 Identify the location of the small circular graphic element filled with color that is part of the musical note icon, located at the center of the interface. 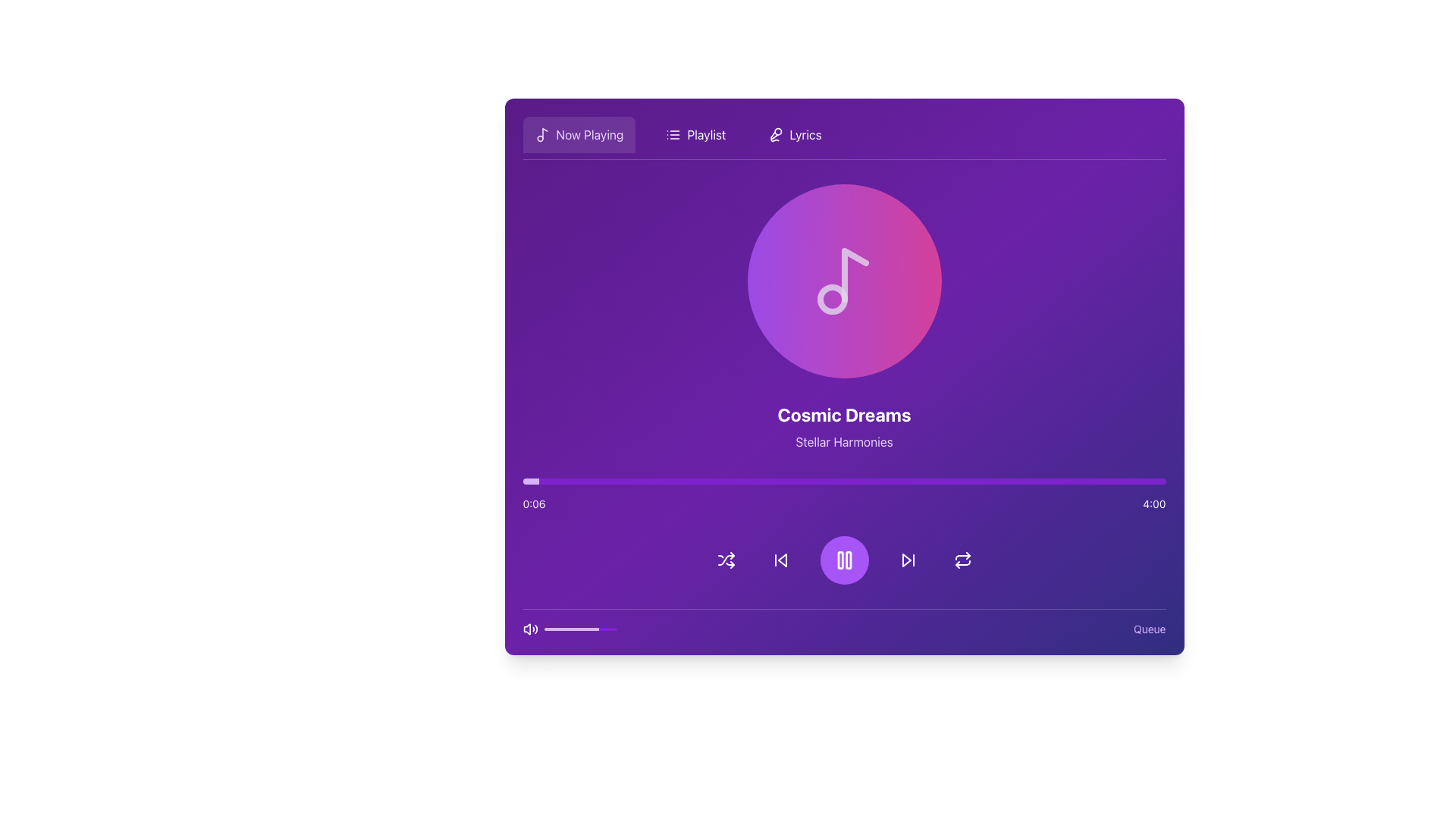
(831, 299).